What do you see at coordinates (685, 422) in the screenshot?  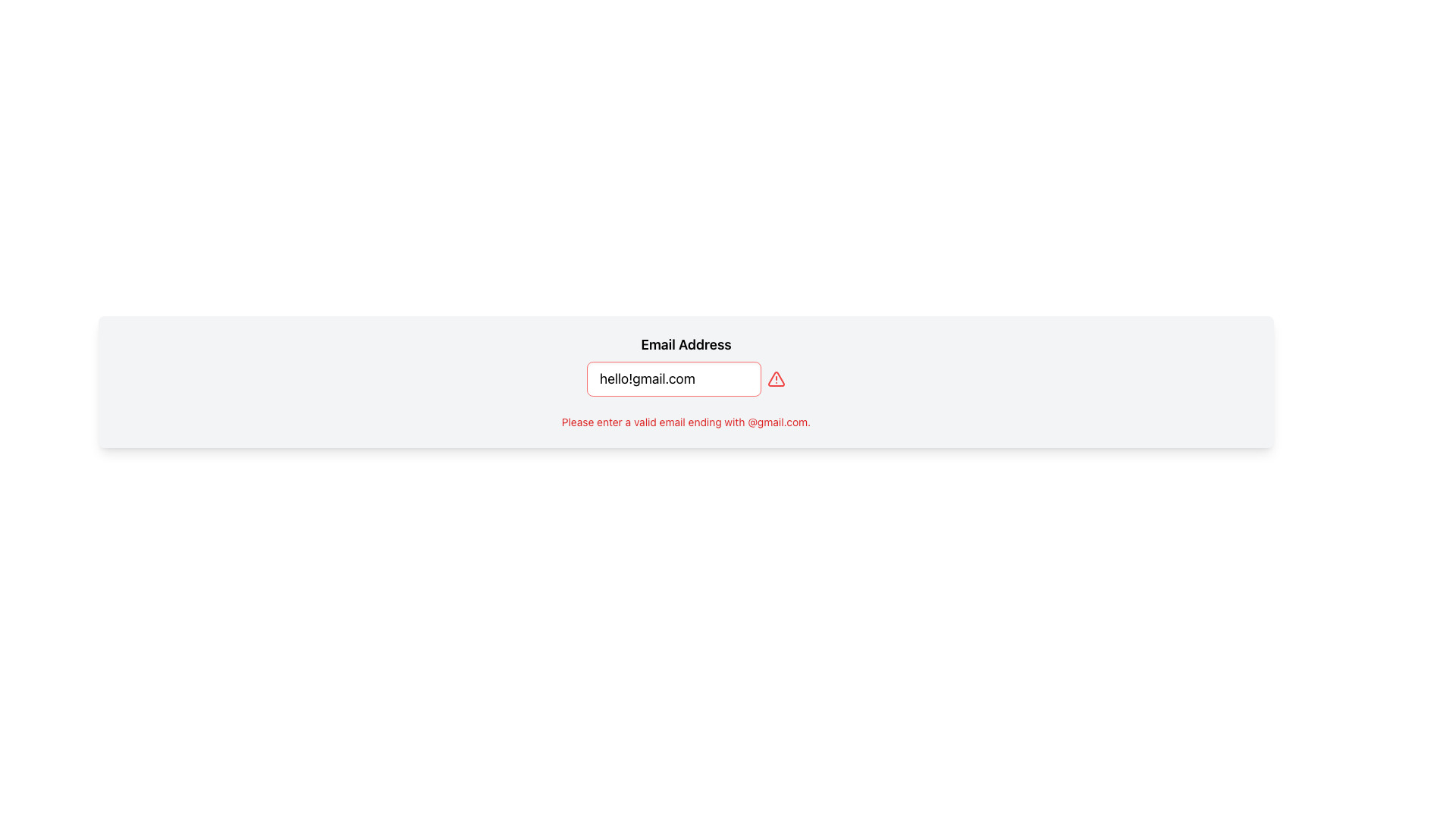 I see `the red text message that instructs to enter a valid email ending with @gmail.com` at bounding box center [685, 422].